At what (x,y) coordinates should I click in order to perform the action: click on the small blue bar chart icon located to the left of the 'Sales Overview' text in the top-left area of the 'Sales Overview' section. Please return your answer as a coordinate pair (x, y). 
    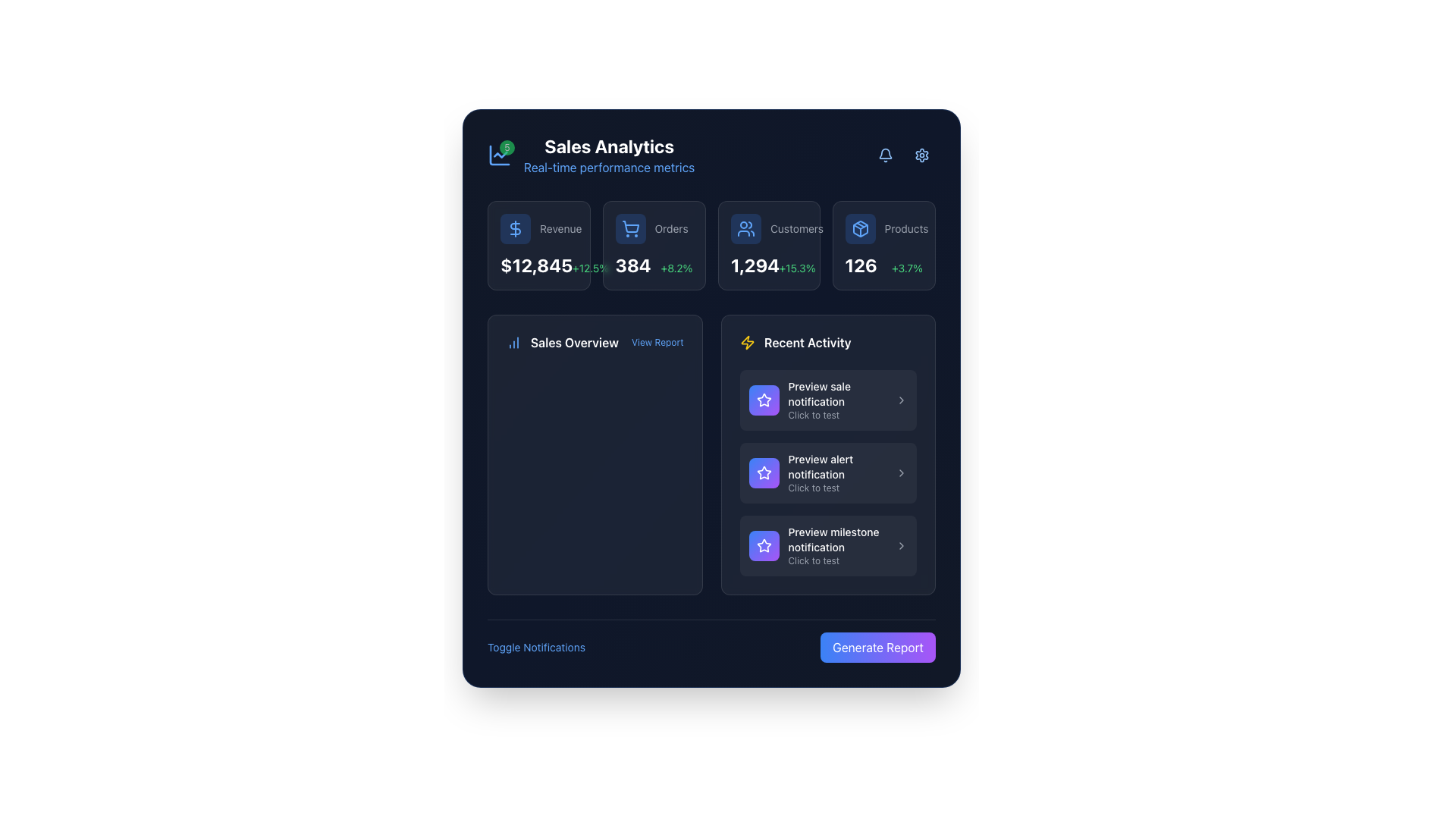
    Looking at the image, I should click on (513, 342).